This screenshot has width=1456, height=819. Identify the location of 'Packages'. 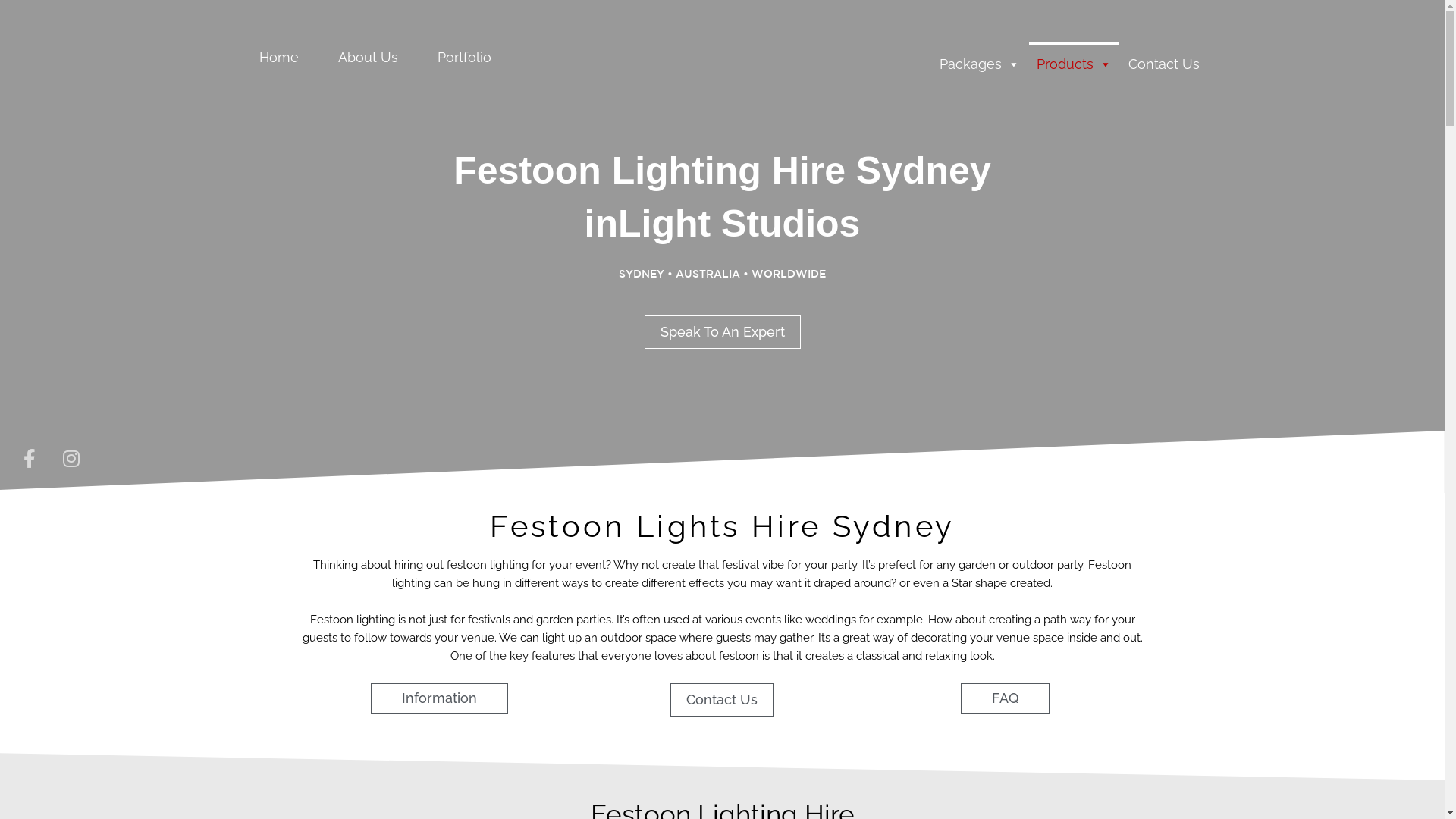
(979, 57).